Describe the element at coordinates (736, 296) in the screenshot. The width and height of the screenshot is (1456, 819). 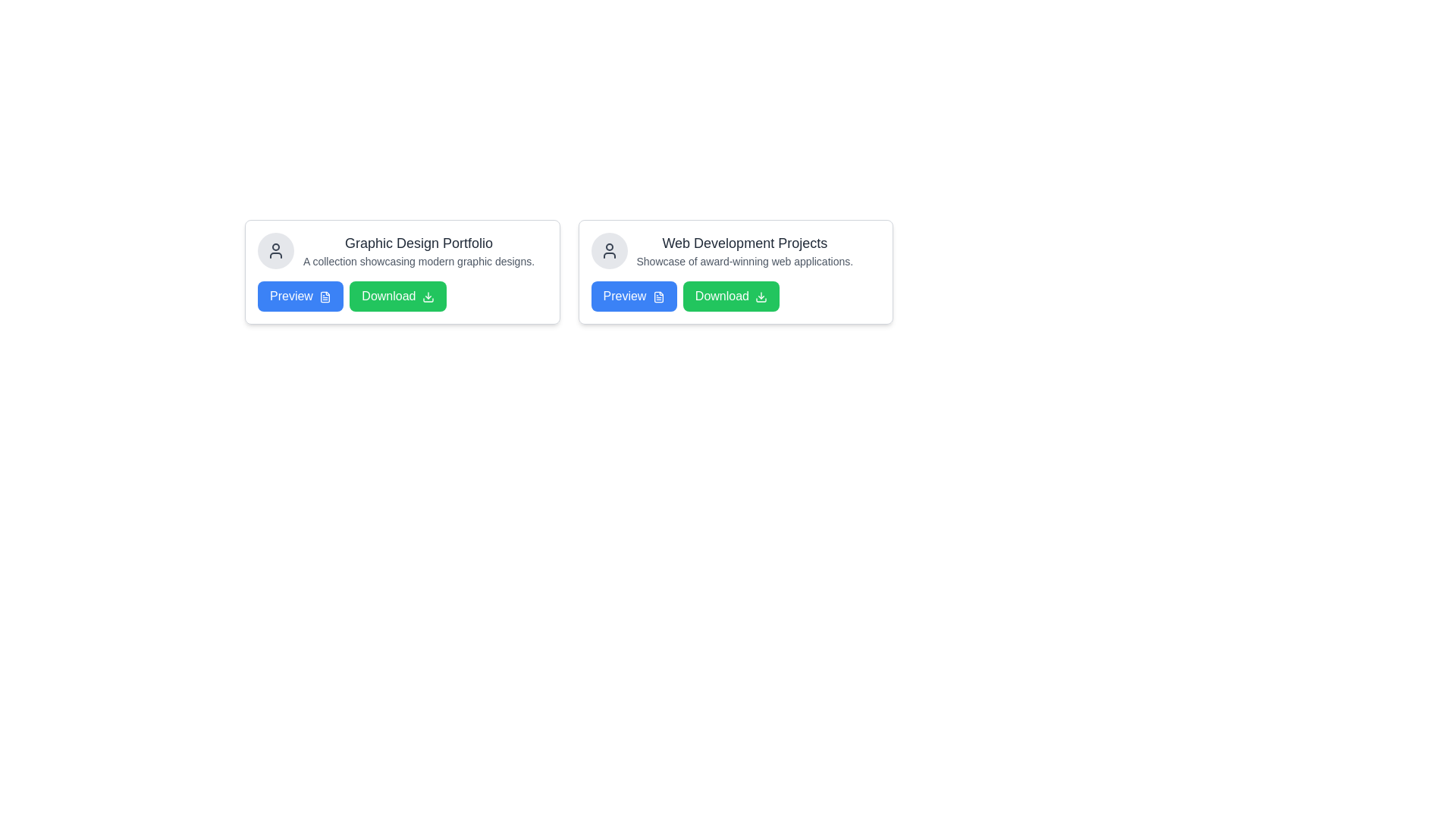
I see `the 'Download' button located to the right of the 'Preview' button within the second card titled 'Web Development Projects' to initiate the download action` at that location.